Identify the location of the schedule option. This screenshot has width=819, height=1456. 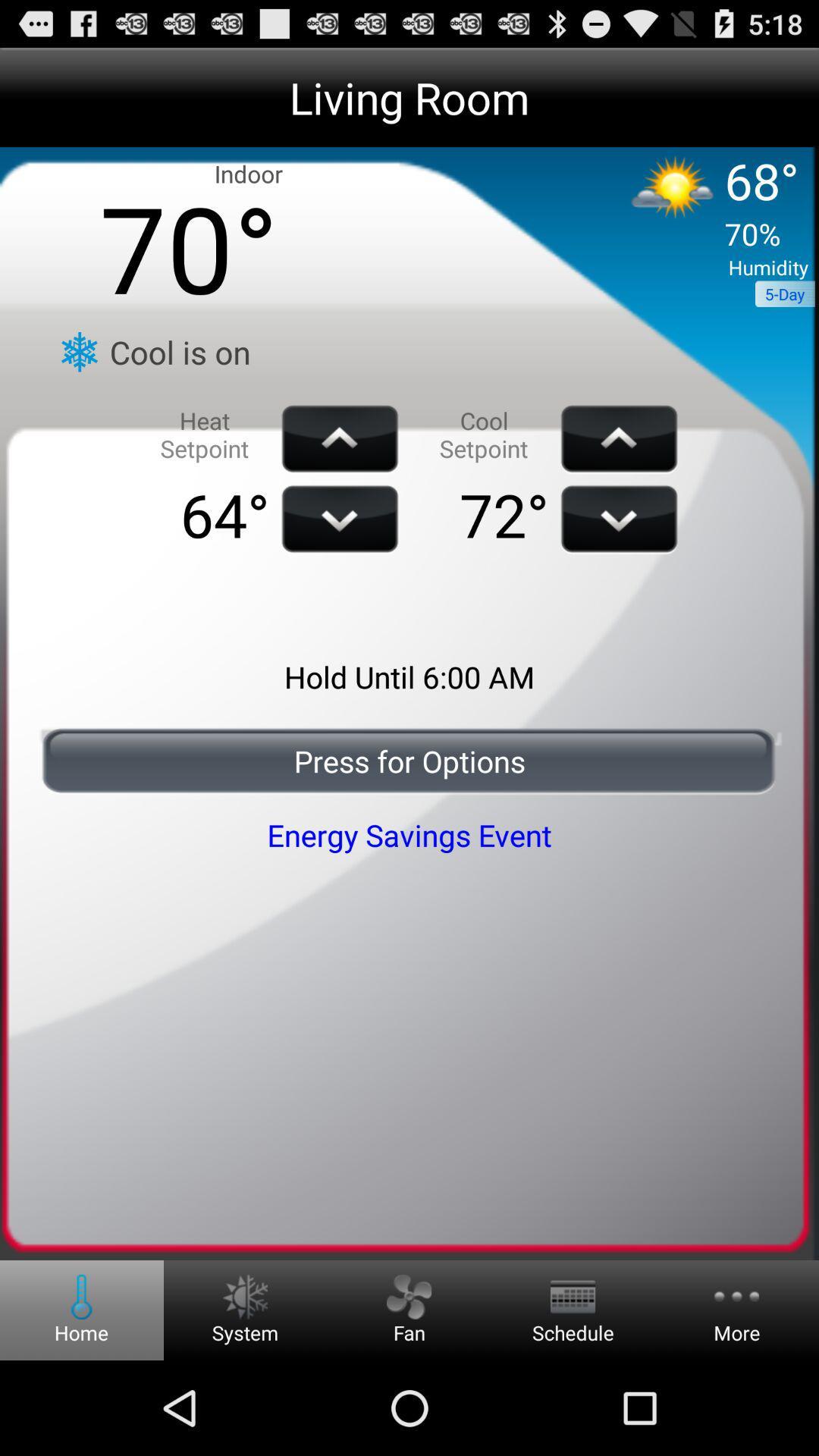
(573, 1310).